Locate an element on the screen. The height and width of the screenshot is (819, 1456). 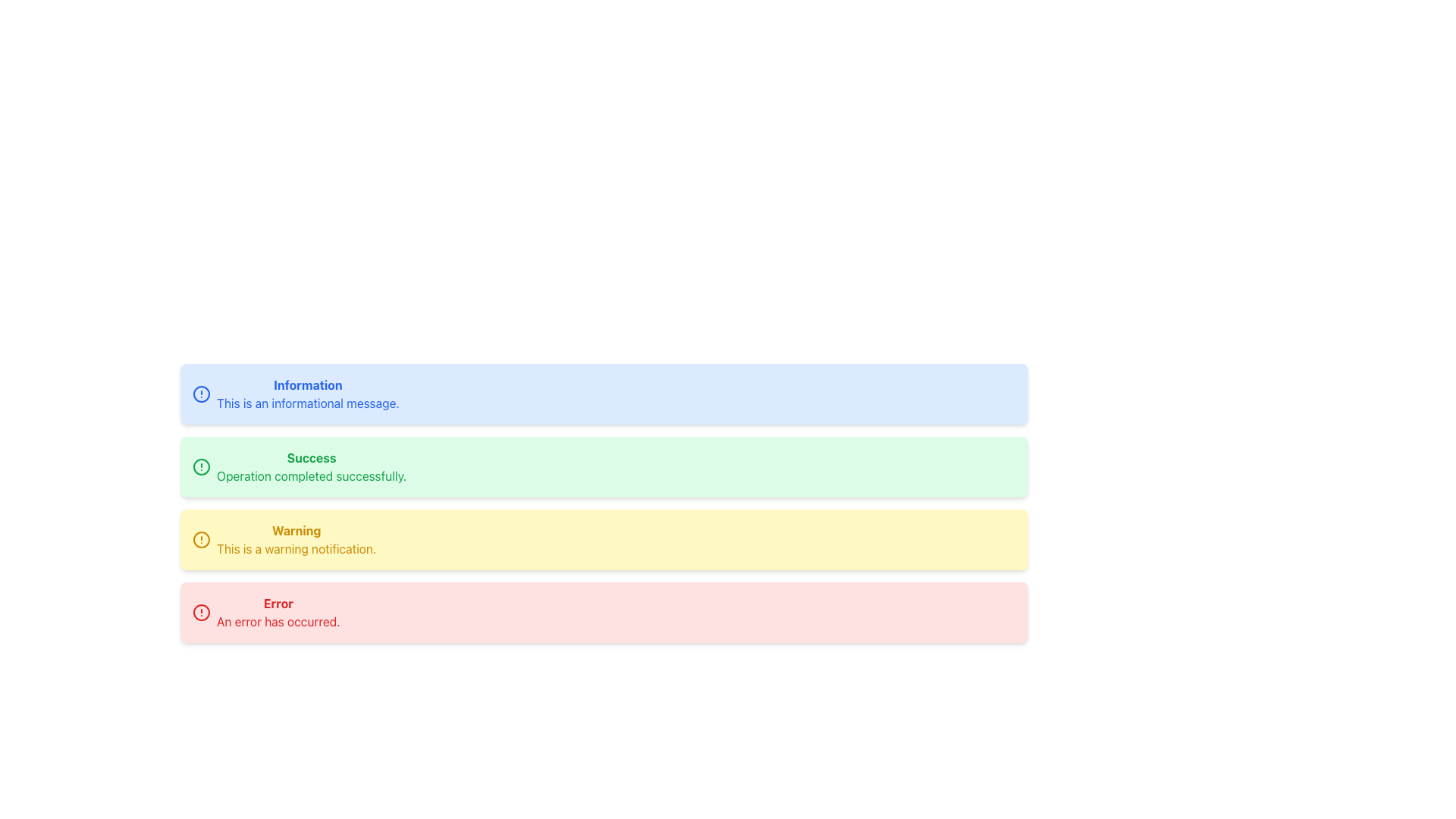
the Notification box, which is the third notification from the top in the notification group is located at coordinates (297, 539).